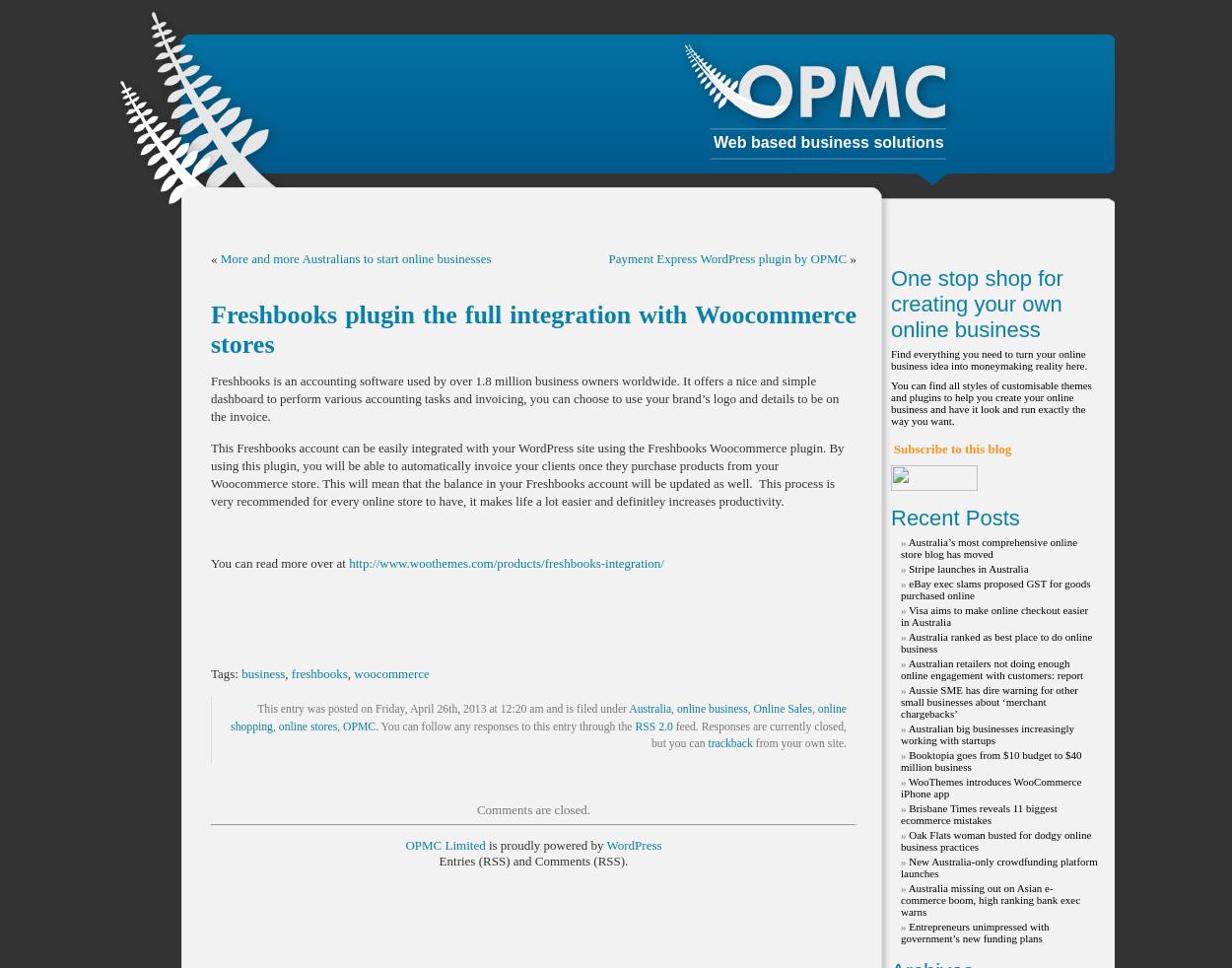  What do you see at coordinates (901, 642) in the screenshot?
I see `'Australia ranked as best place to do online business'` at bounding box center [901, 642].